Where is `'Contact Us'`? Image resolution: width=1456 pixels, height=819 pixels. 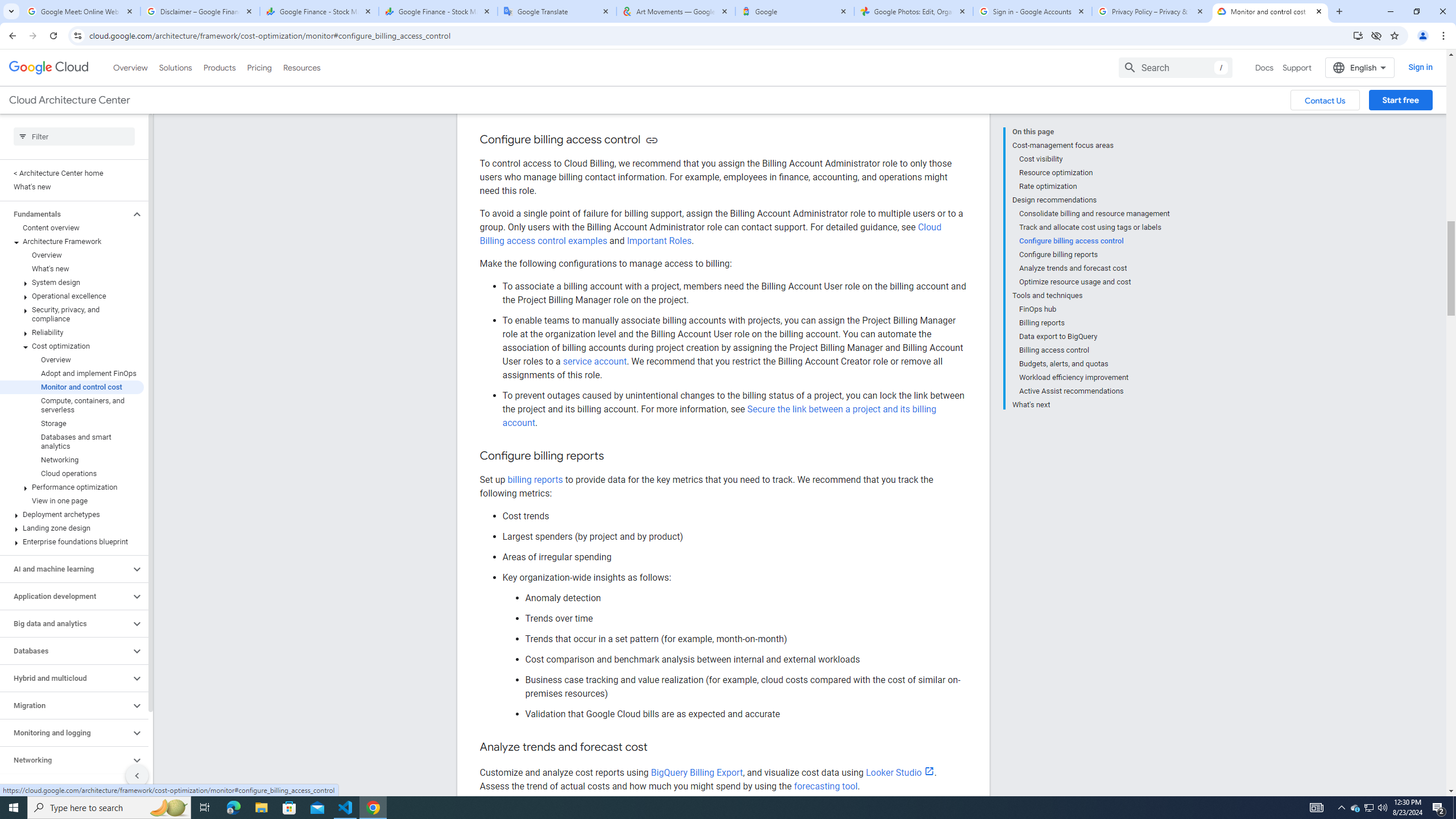
'Contact Us' is located at coordinates (1324, 100).